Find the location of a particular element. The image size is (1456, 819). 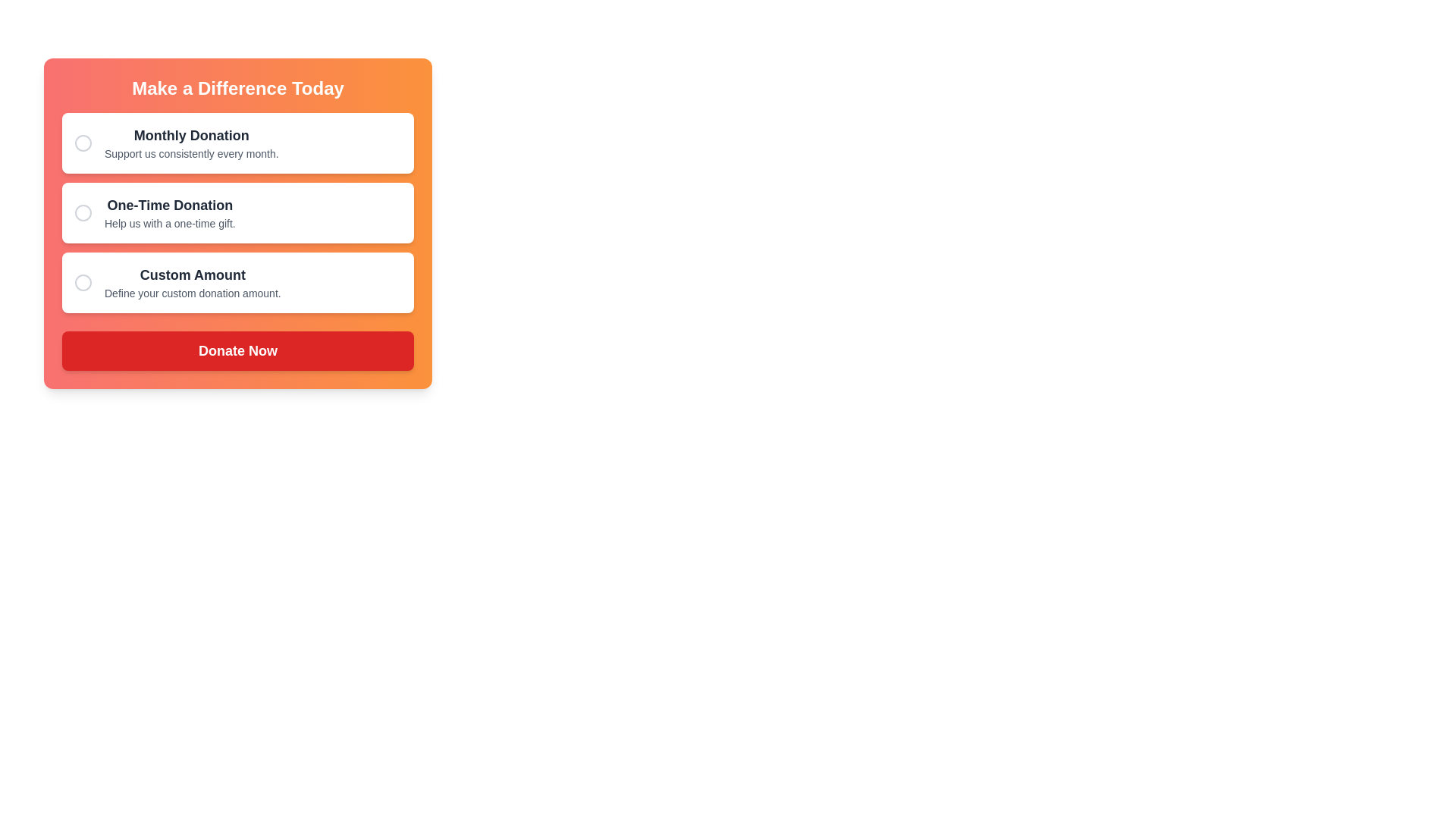

the center of the Selection Indicator (radio button) next to the 'Custom Amount' label is located at coordinates (83, 283).